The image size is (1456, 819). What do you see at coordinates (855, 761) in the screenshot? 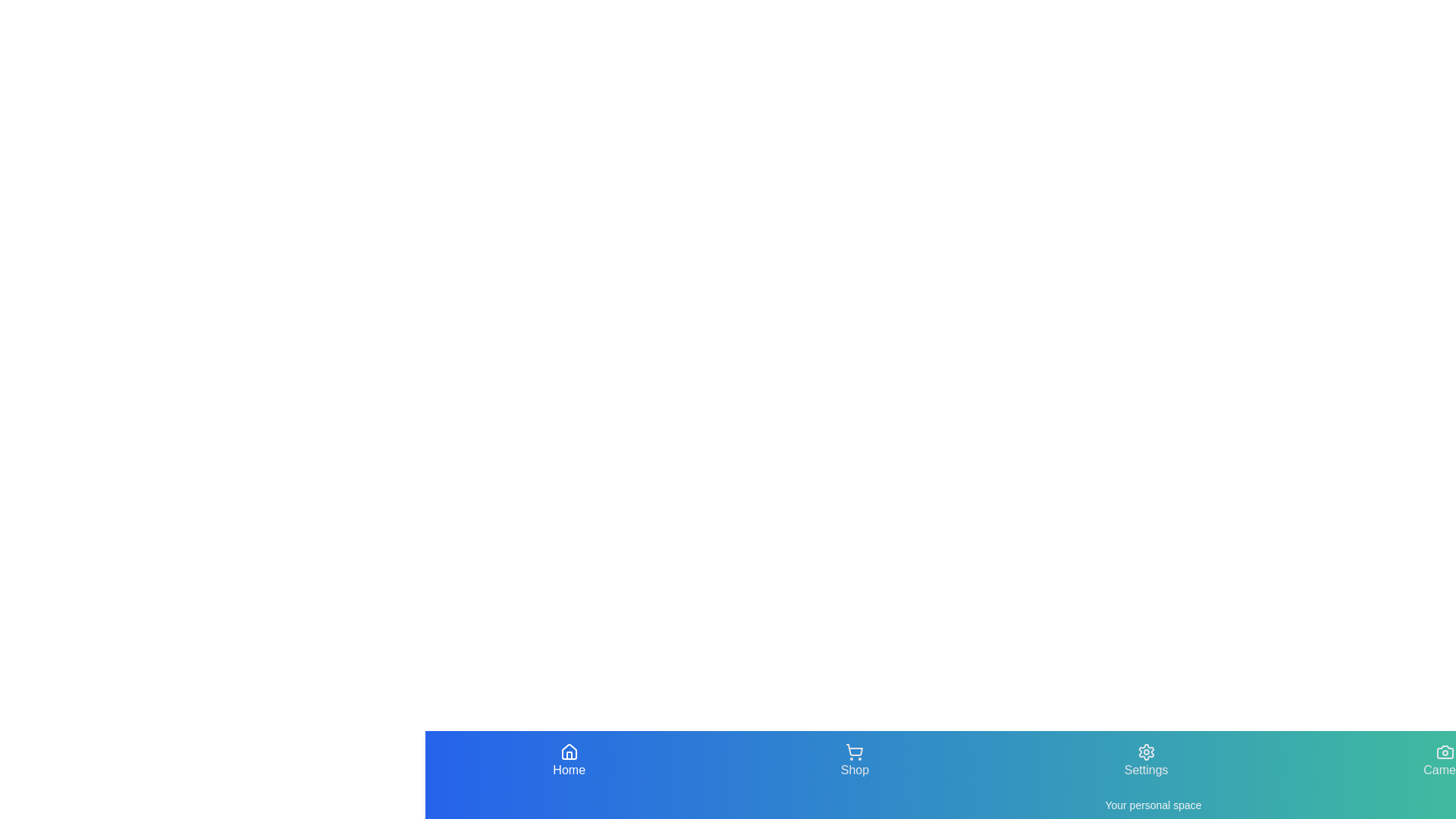
I see `the Shop navigation tab by clicking on it` at bounding box center [855, 761].